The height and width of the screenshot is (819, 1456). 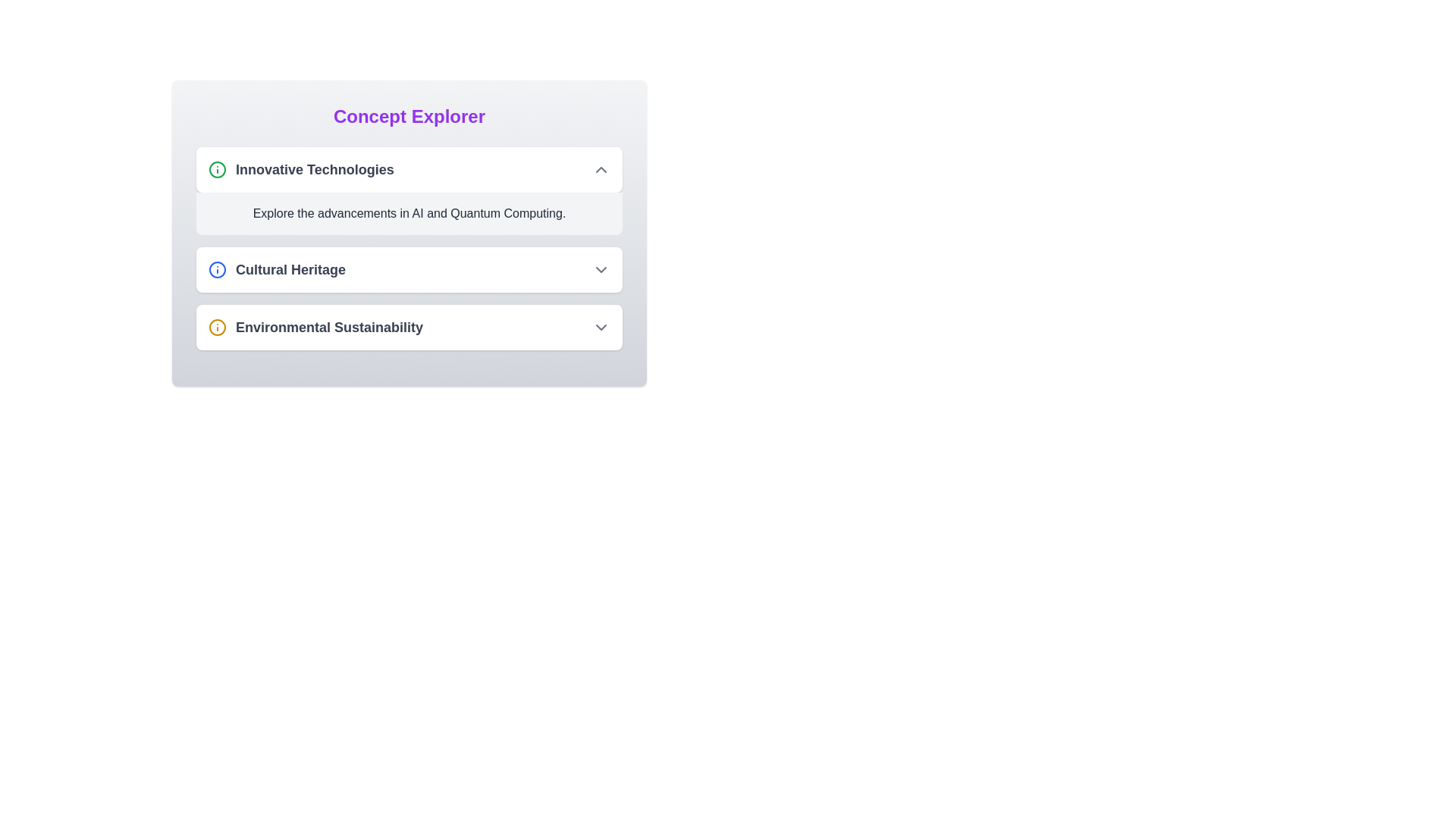 I want to click on the circular shape graphic component within the SVG icon preceding the text 'Environmental Sustainability', so click(x=217, y=327).